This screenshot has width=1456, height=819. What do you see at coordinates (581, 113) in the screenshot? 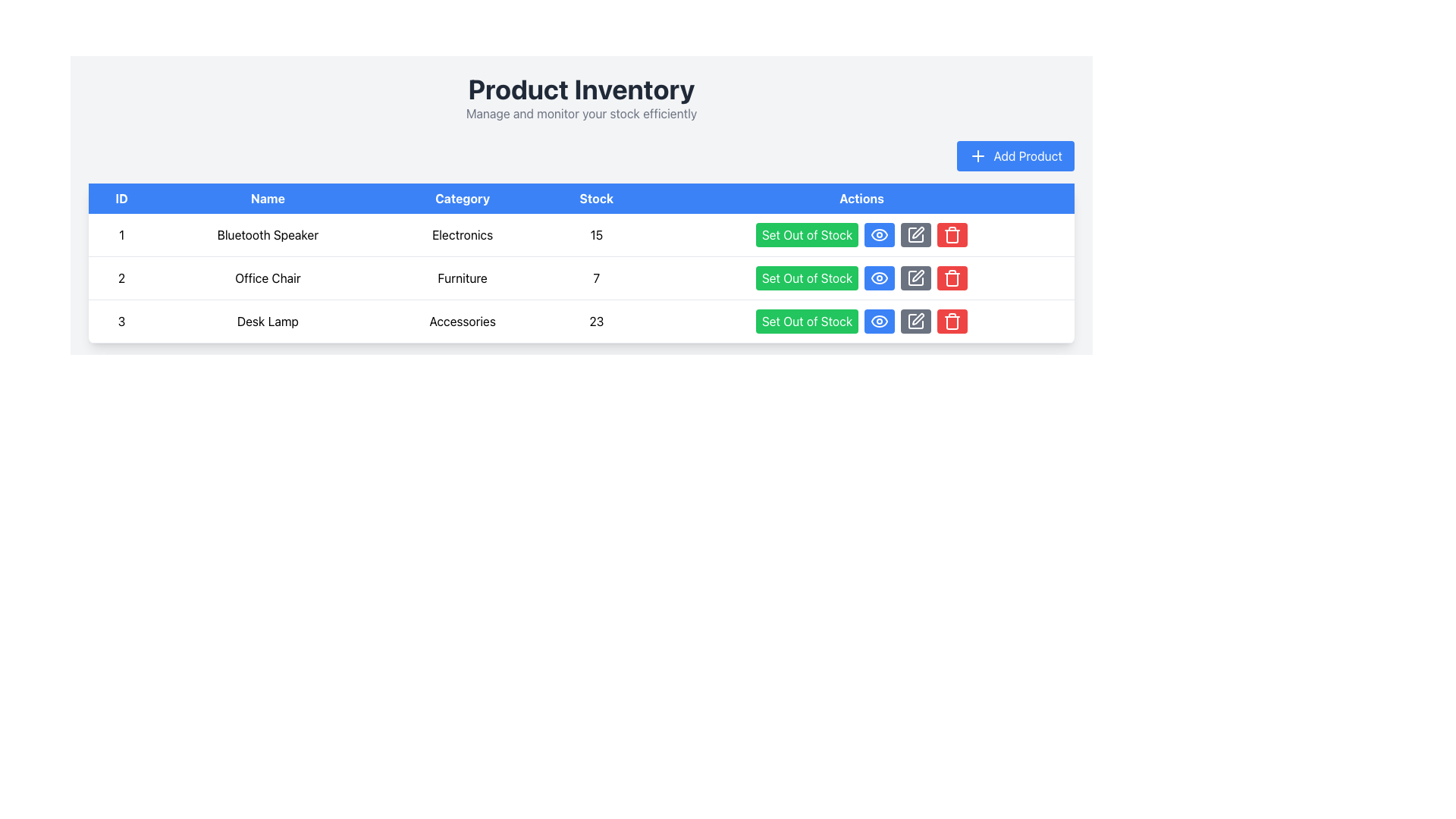
I see `the static text element that reads 'Manage and monitor your stock efficiently.' which is located below the title 'Product Inventory.'` at bounding box center [581, 113].